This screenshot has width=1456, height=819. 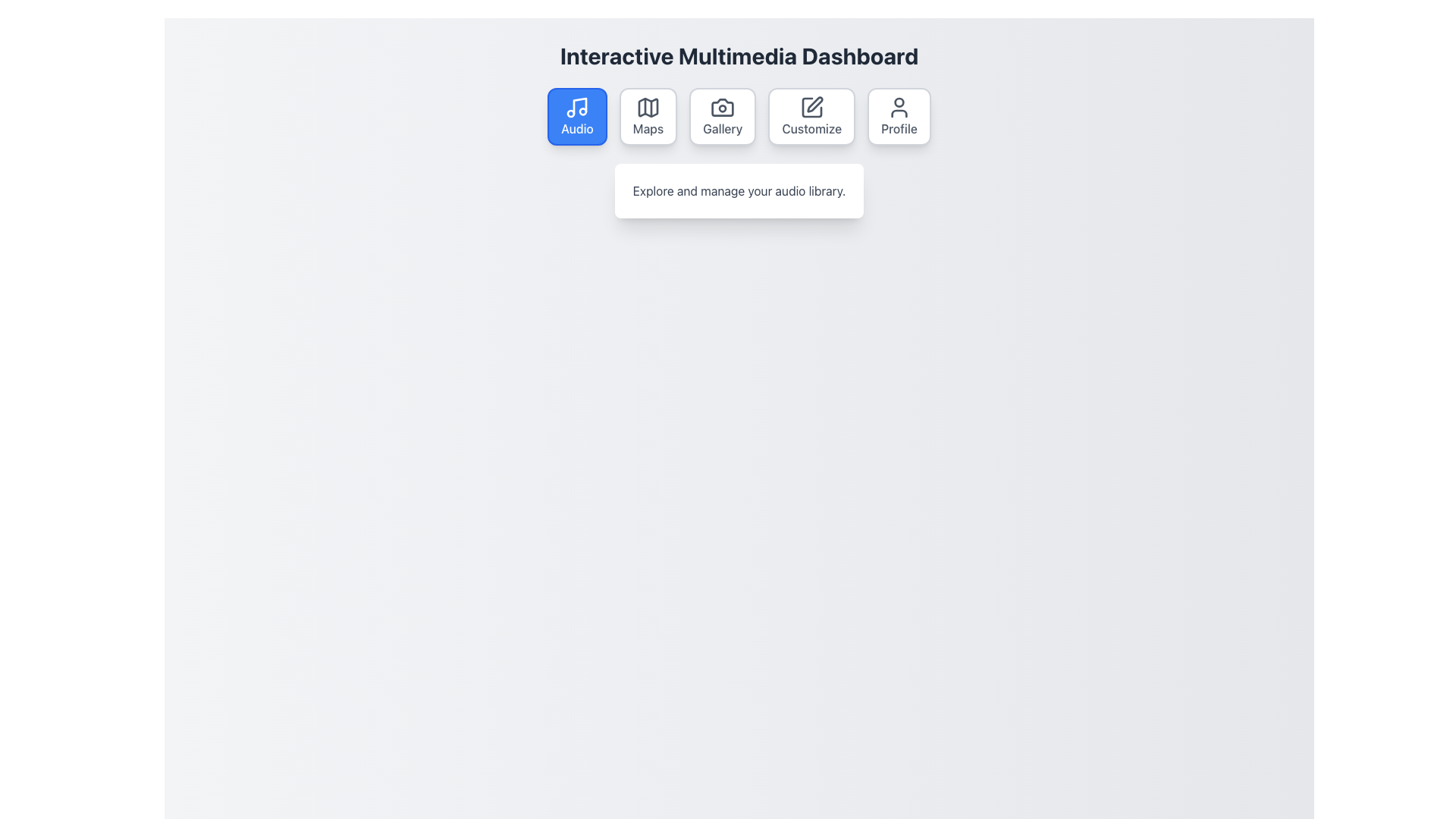 What do you see at coordinates (576, 127) in the screenshot?
I see `the blue rectangular button located at the top-left corner of the row, which contains a text label linking to the 'Audio' section` at bounding box center [576, 127].